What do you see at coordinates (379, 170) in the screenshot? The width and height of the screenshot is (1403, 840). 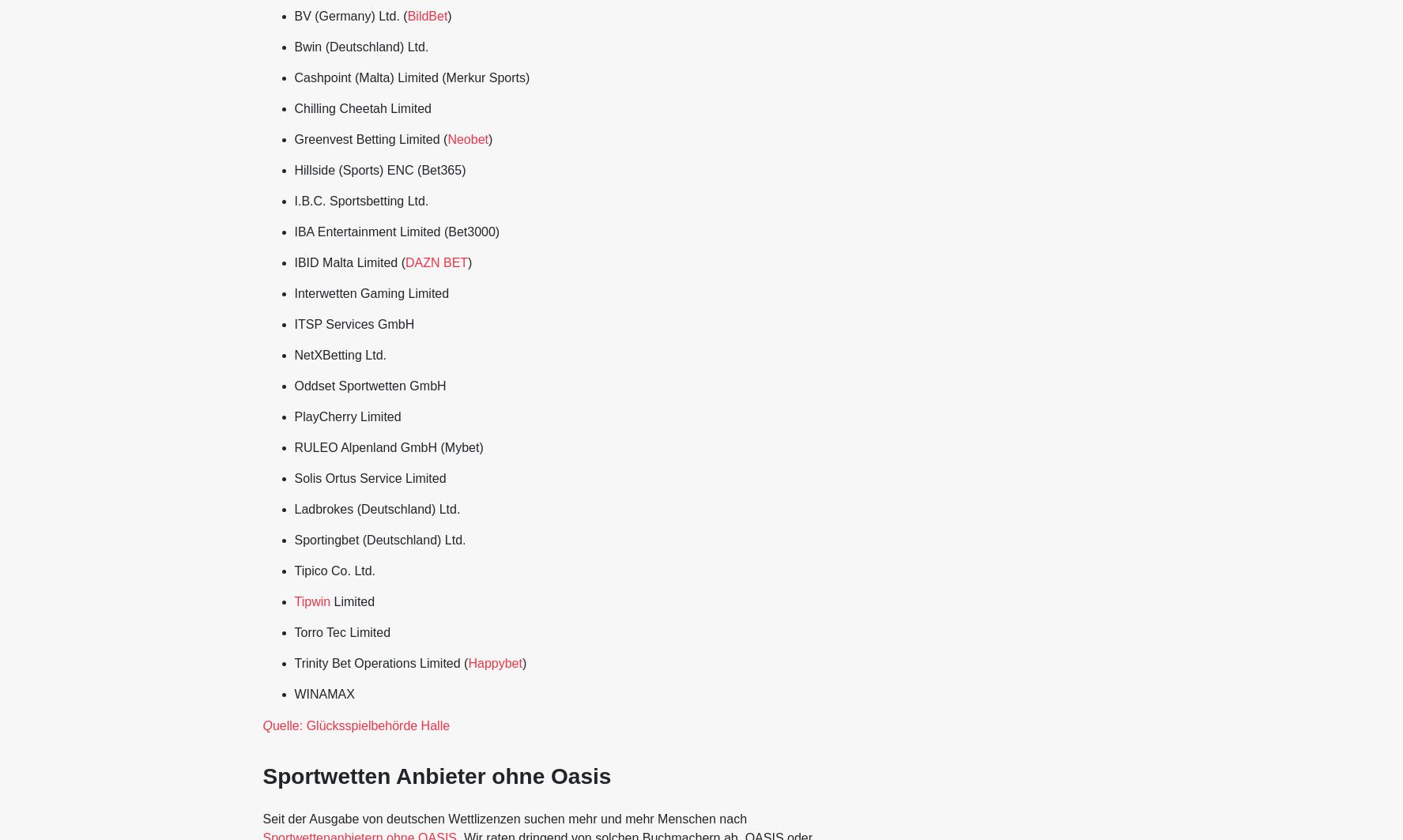 I see `'Hillside (Sports) ENC (Bet365)'` at bounding box center [379, 170].